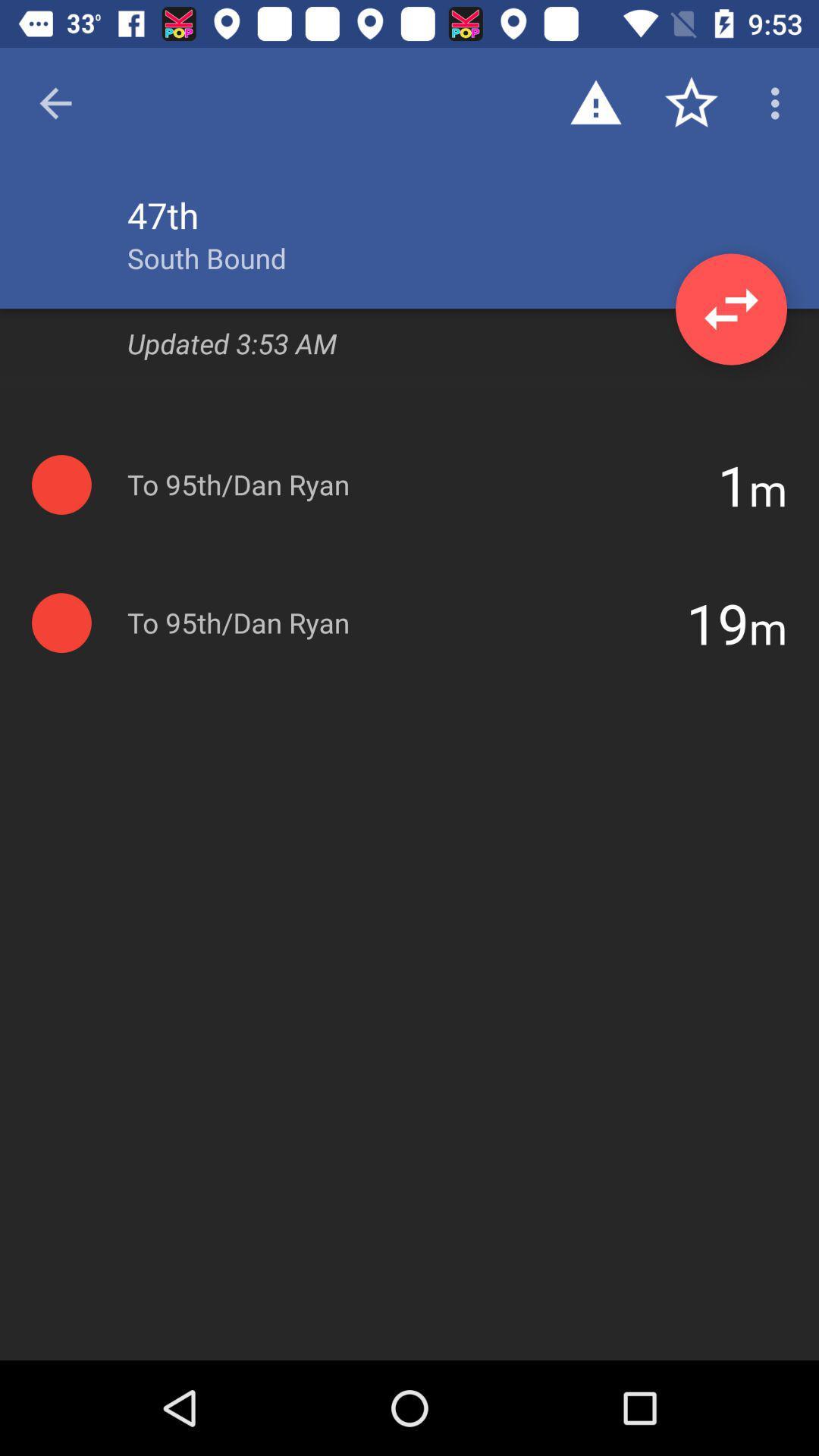  Describe the element at coordinates (730, 309) in the screenshot. I see `travel direction` at that location.